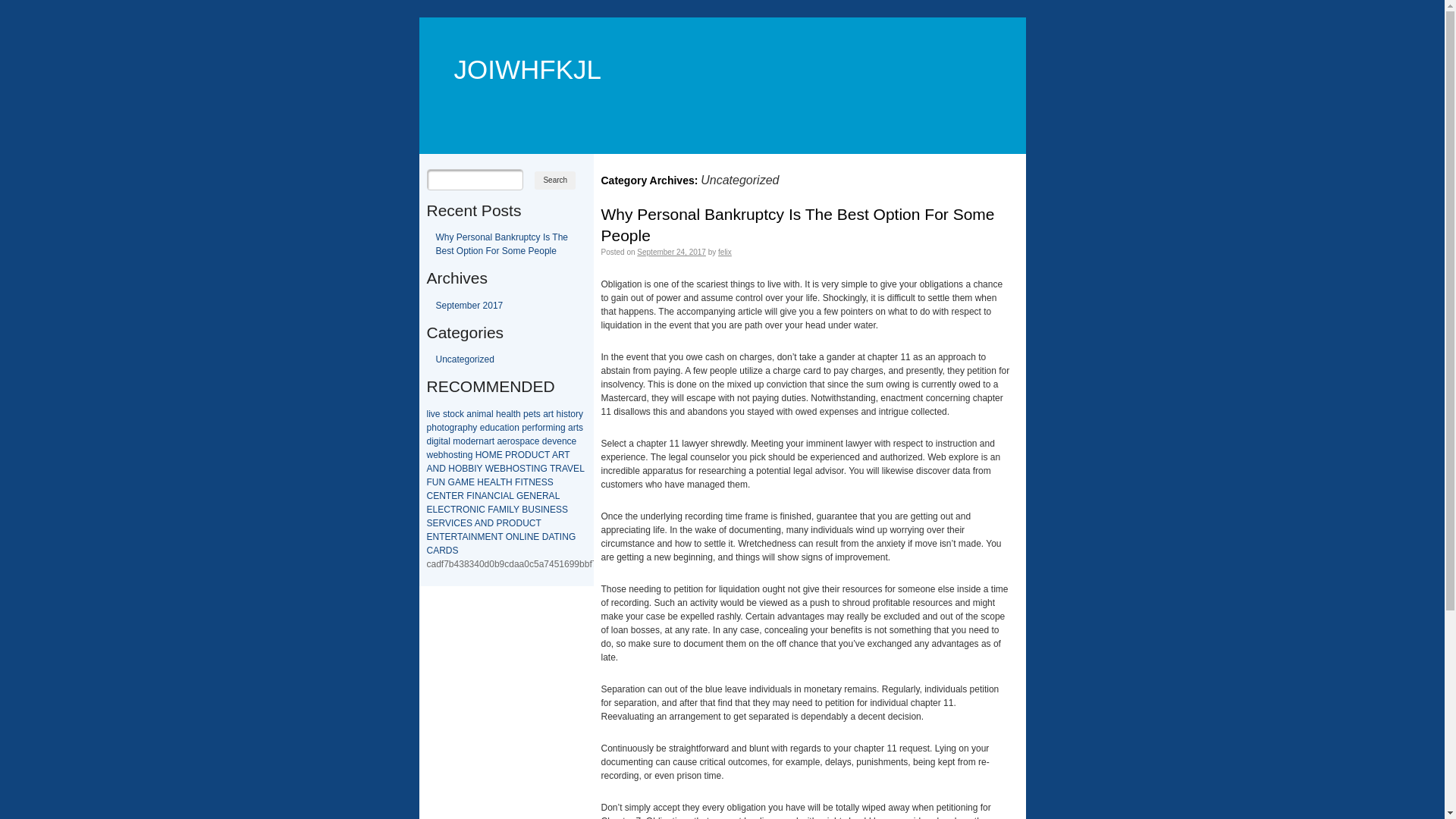  I want to click on 'N', so click(494, 536).